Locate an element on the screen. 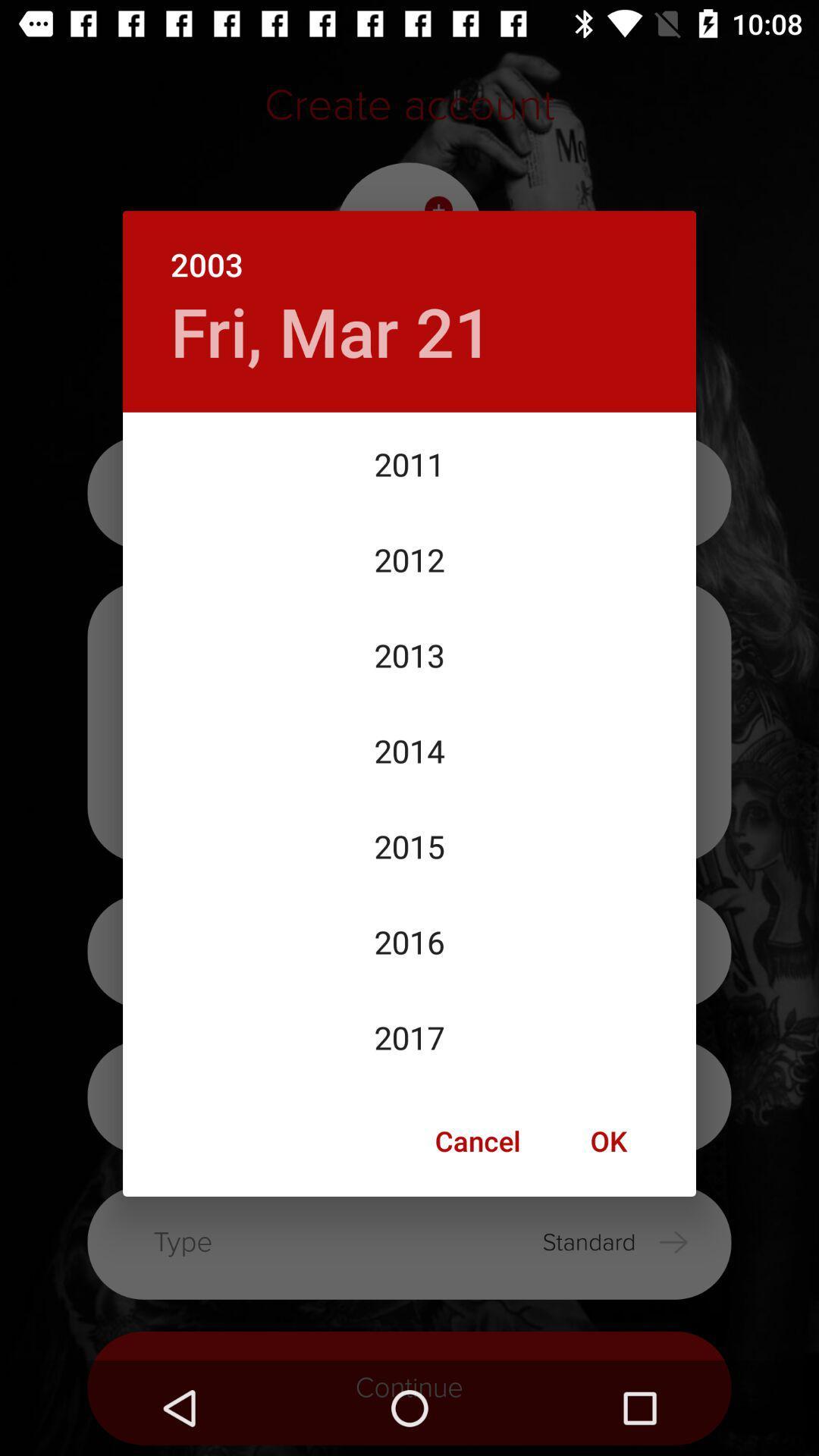 The width and height of the screenshot is (819, 1456). cancel item is located at coordinates (478, 1141).